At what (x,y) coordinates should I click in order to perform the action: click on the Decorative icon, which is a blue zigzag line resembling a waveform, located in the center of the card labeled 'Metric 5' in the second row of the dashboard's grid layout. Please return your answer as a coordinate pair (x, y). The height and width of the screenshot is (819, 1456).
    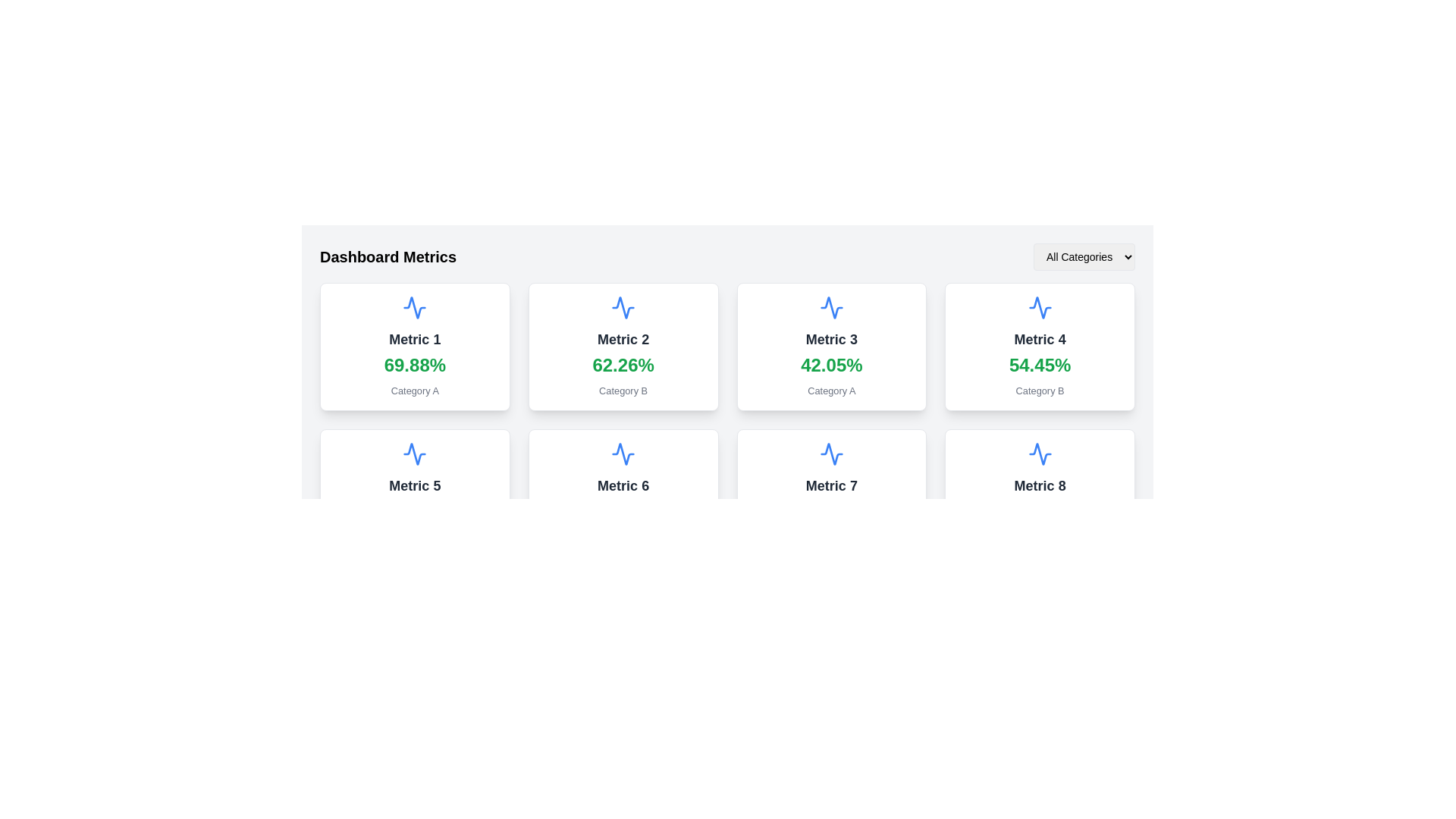
    Looking at the image, I should click on (415, 453).